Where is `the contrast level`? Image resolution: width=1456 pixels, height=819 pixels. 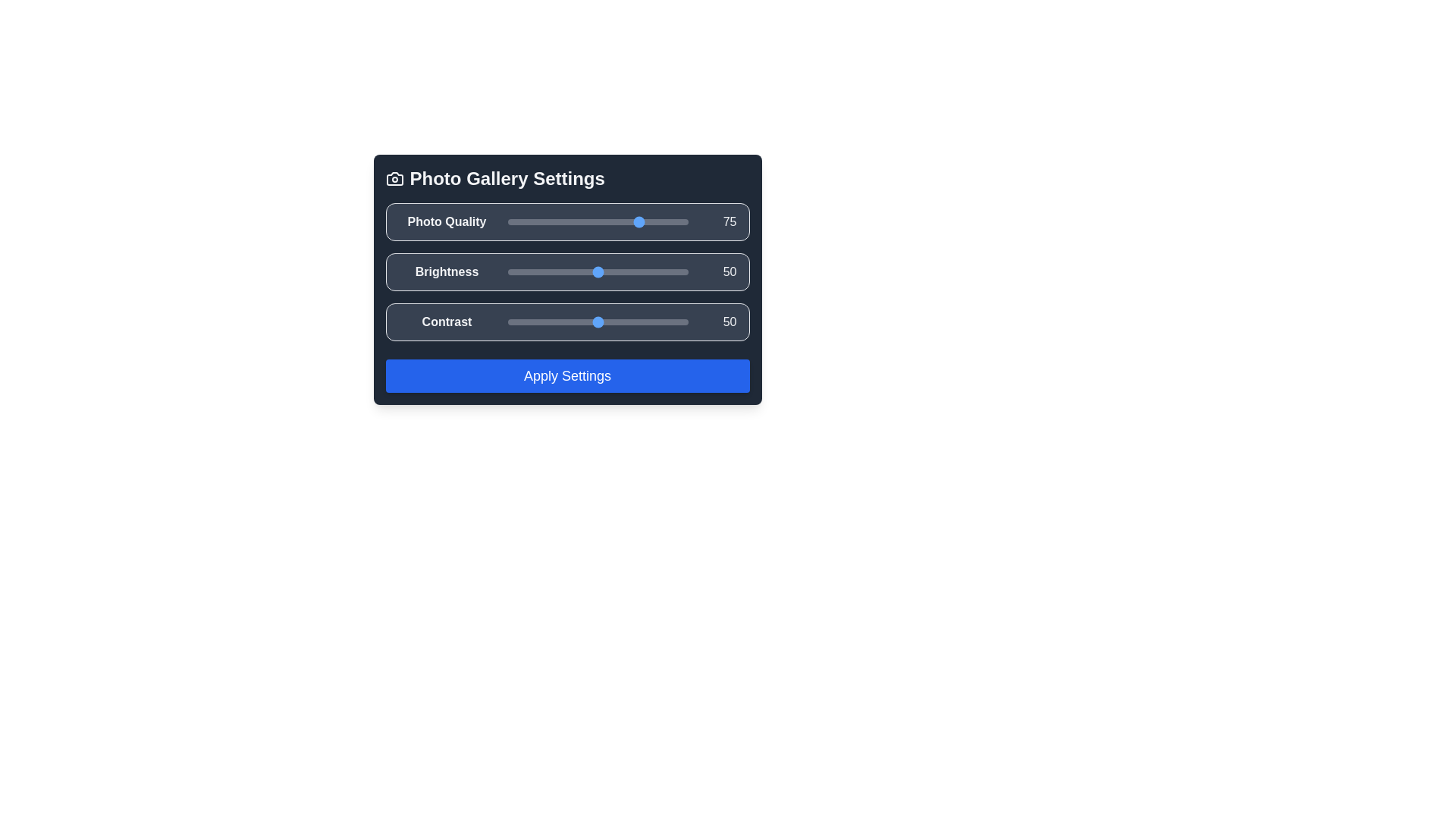 the contrast level is located at coordinates (616, 321).